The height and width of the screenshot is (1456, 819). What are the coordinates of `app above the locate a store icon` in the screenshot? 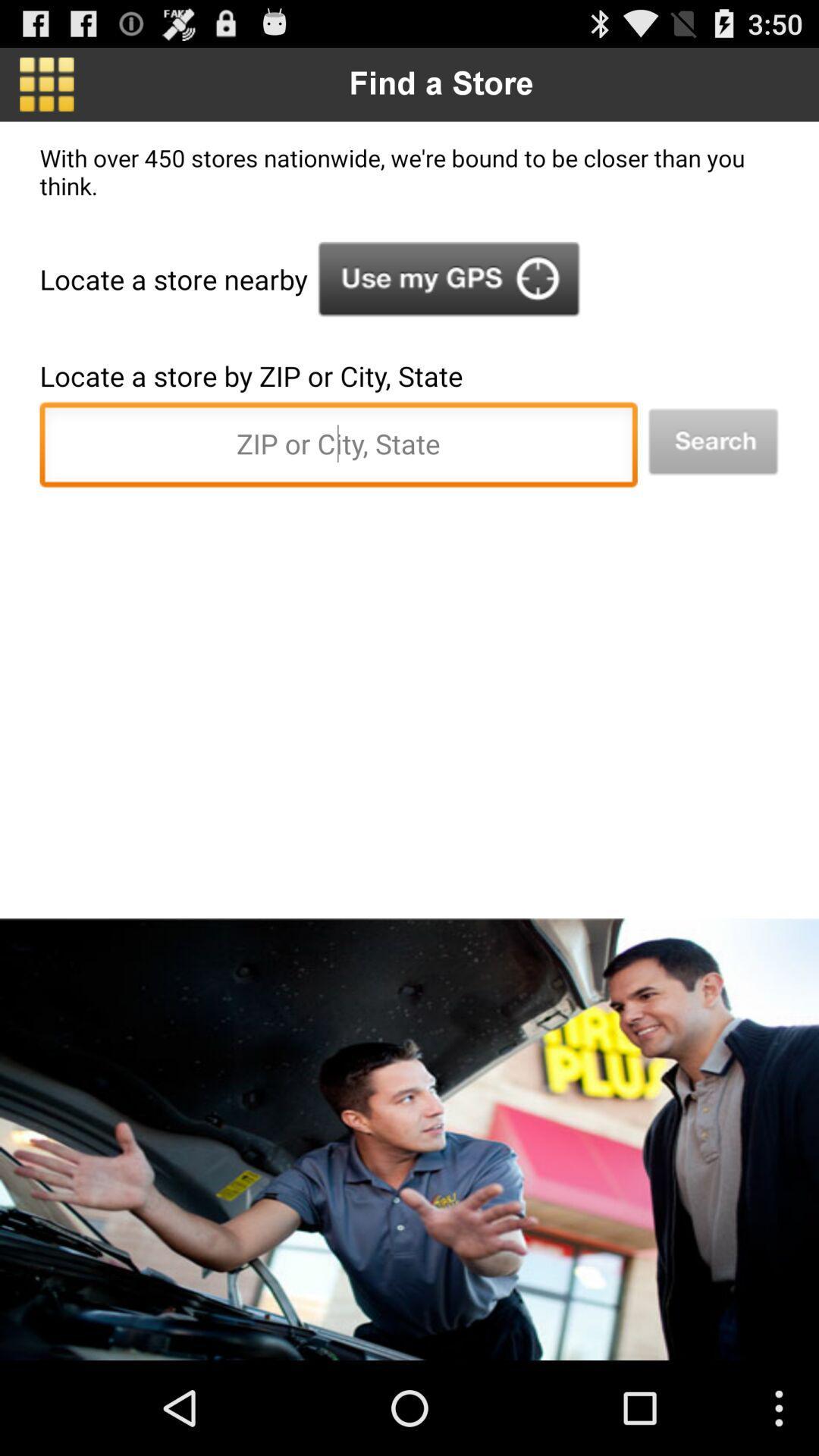 It's located at (448, 279).